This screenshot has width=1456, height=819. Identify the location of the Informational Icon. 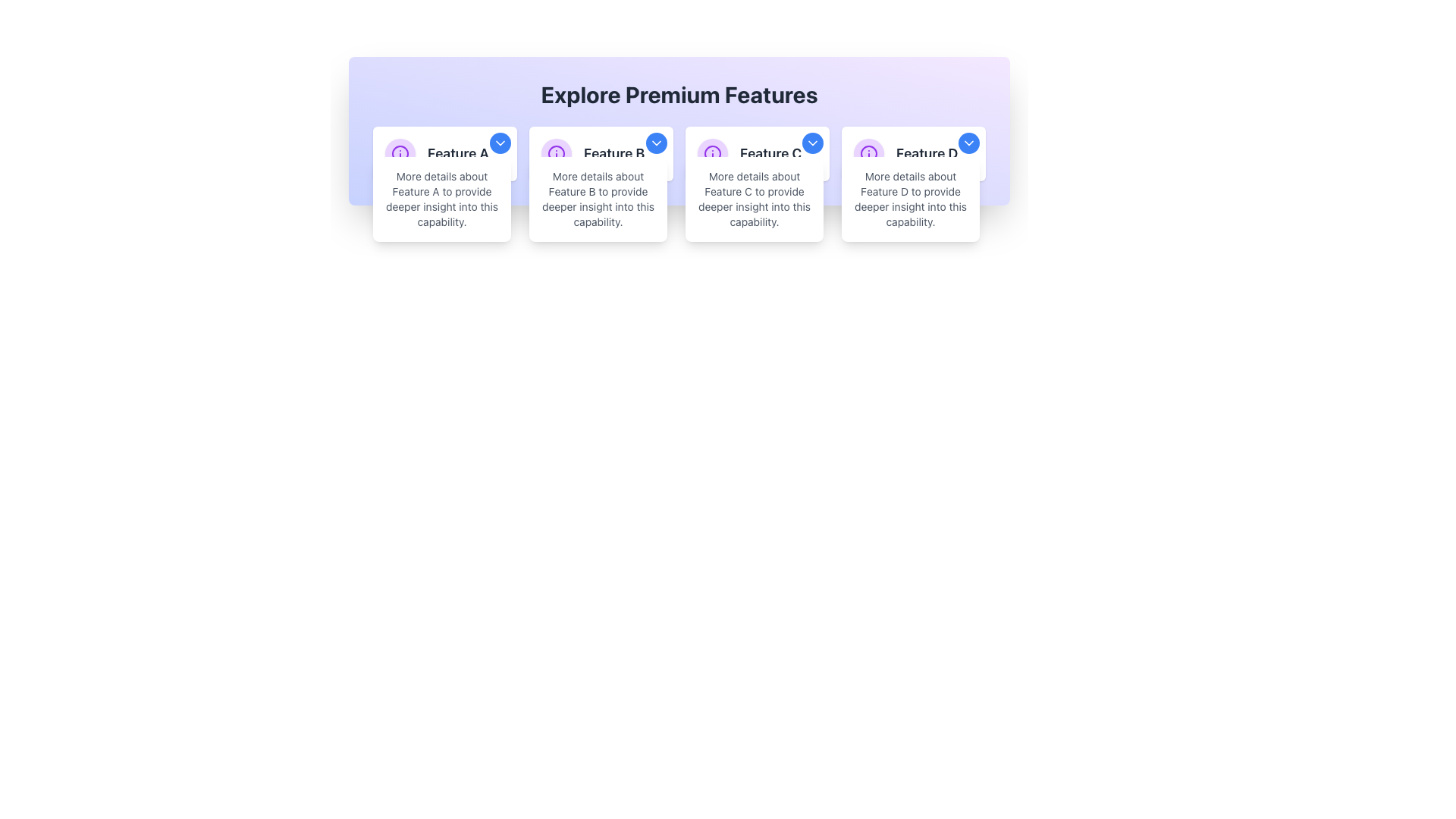
(869, 154).